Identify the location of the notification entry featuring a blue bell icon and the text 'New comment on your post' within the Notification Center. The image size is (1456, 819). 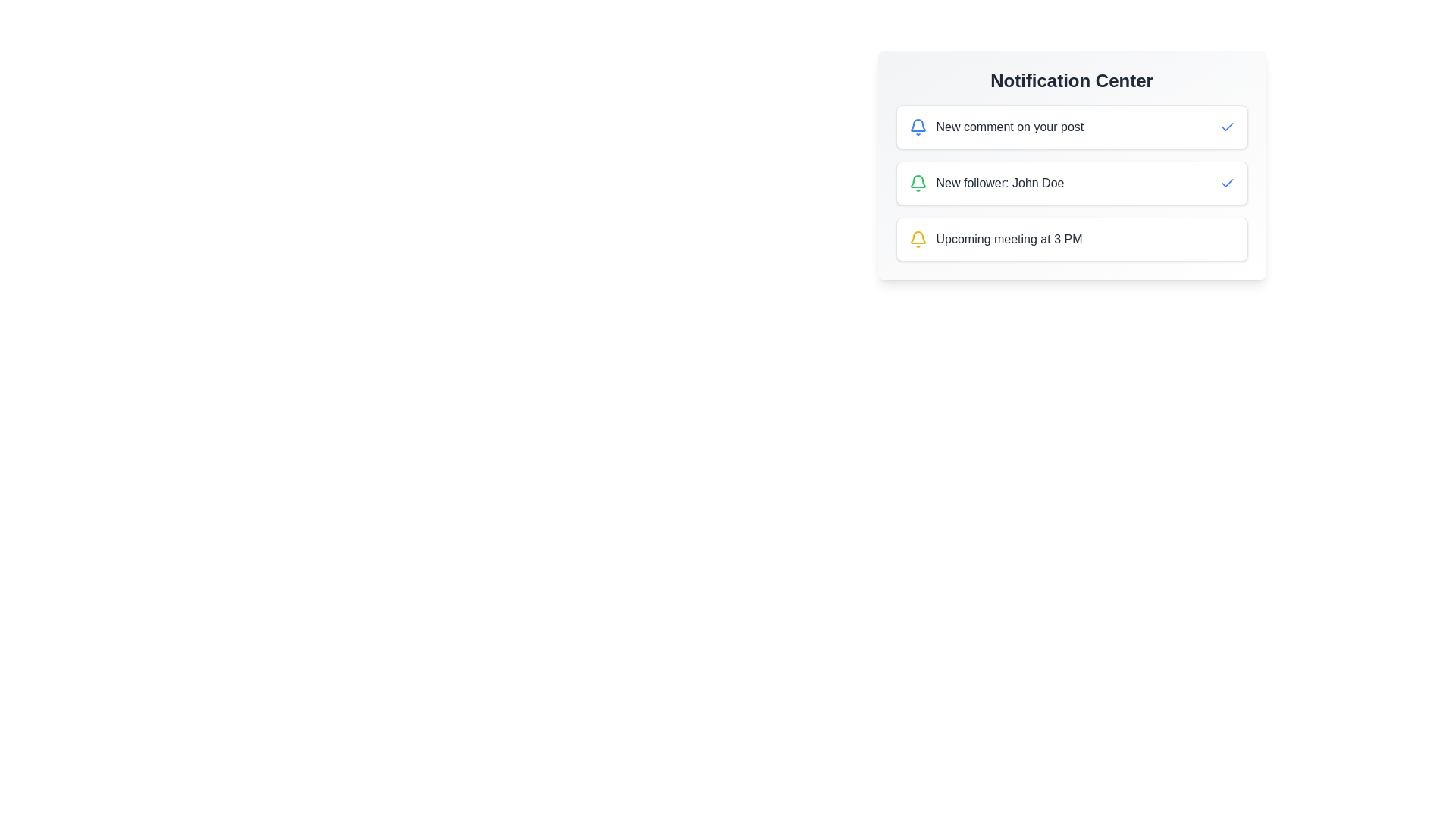
(996, 127).